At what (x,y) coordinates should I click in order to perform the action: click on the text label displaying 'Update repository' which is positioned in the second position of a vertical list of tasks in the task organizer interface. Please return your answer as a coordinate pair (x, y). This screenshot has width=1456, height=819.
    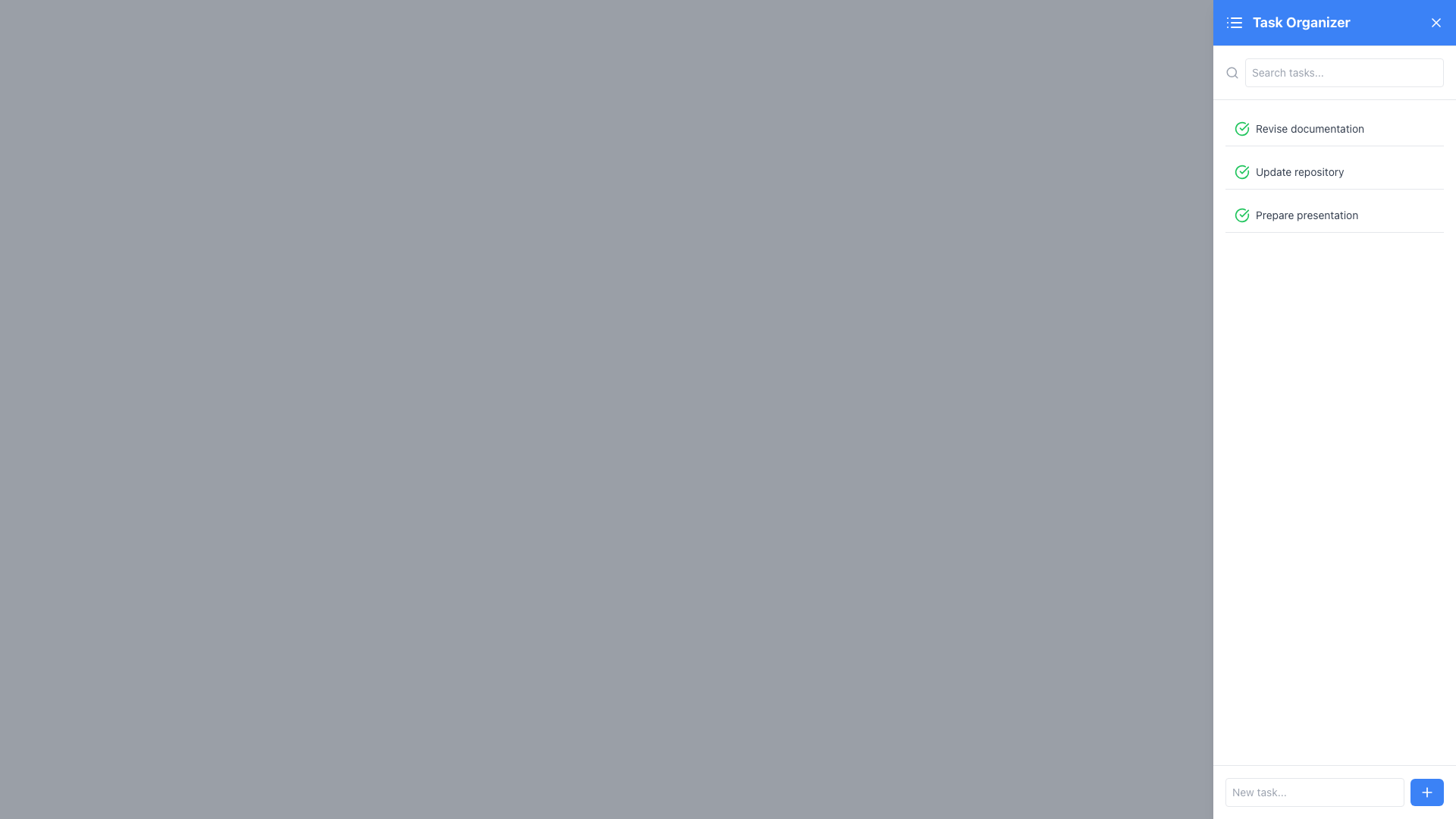
    Looking at the image, I should click on (1299, 171).